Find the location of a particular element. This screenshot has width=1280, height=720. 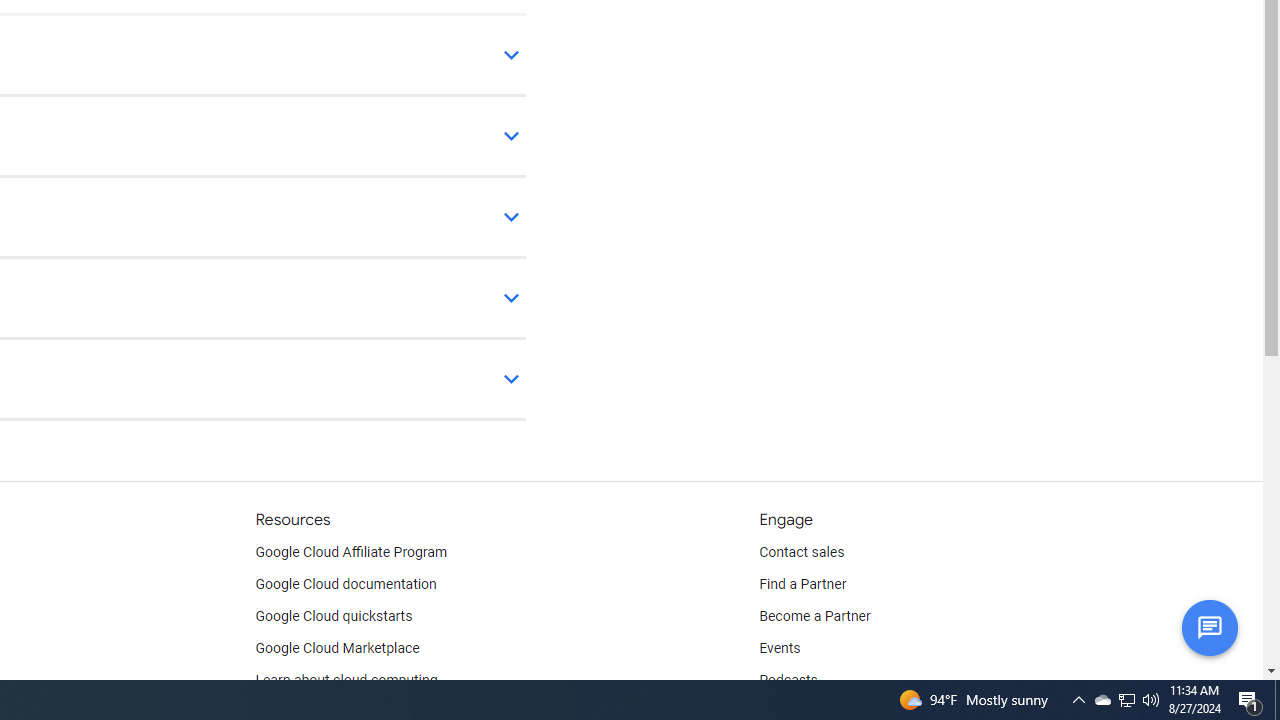

'Find a Partner' is located at coordinates (803, 585).